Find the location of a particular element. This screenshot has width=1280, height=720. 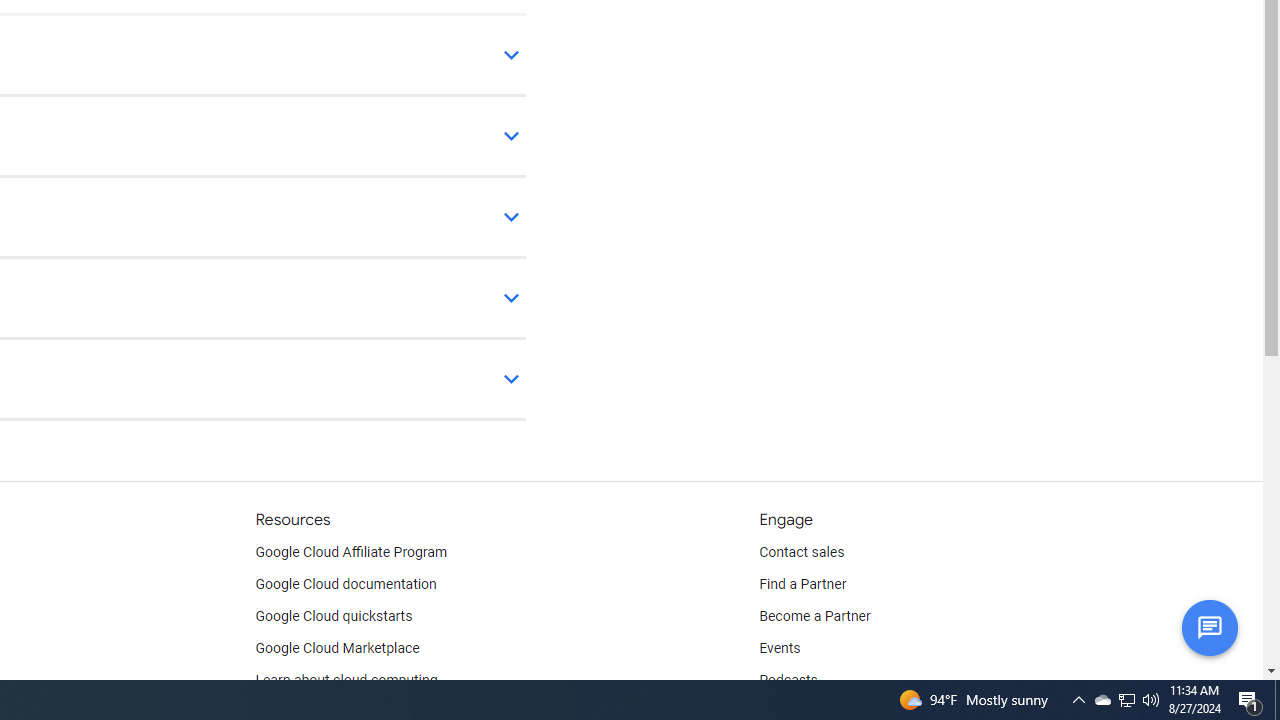

'Find a Partner' is located at coordinates (803, 585).